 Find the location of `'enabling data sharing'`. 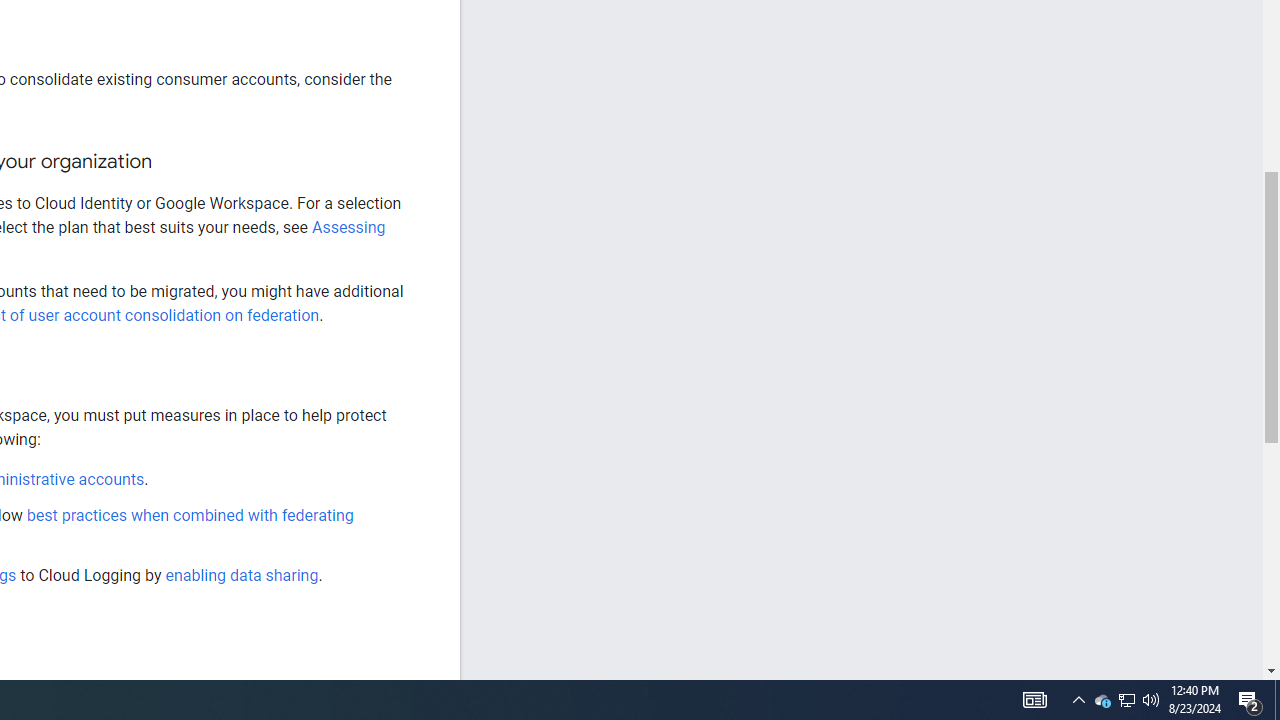

'enabling data sharing' is located at coordinates (240, 575).